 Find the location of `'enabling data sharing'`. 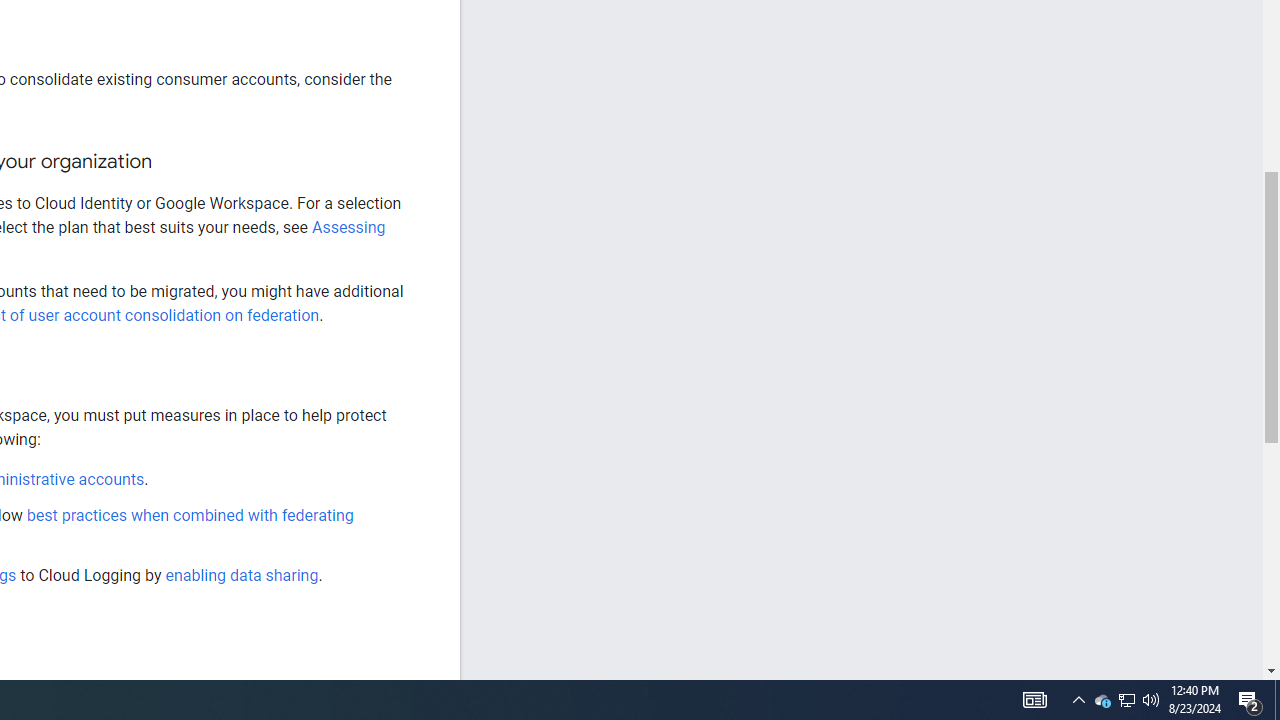

'enabling data sharing' is located at coordinates (240, 575).